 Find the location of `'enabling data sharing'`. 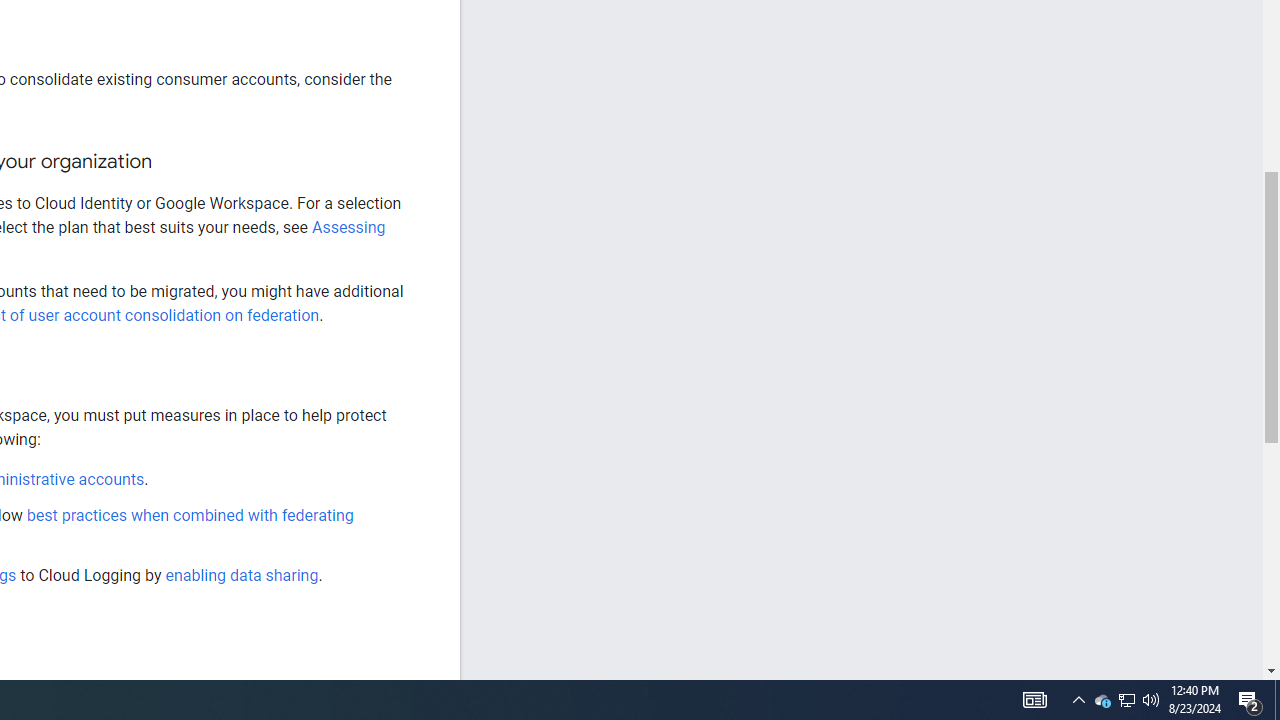

'enabling data sharing' is located at coordinates (240, 575).